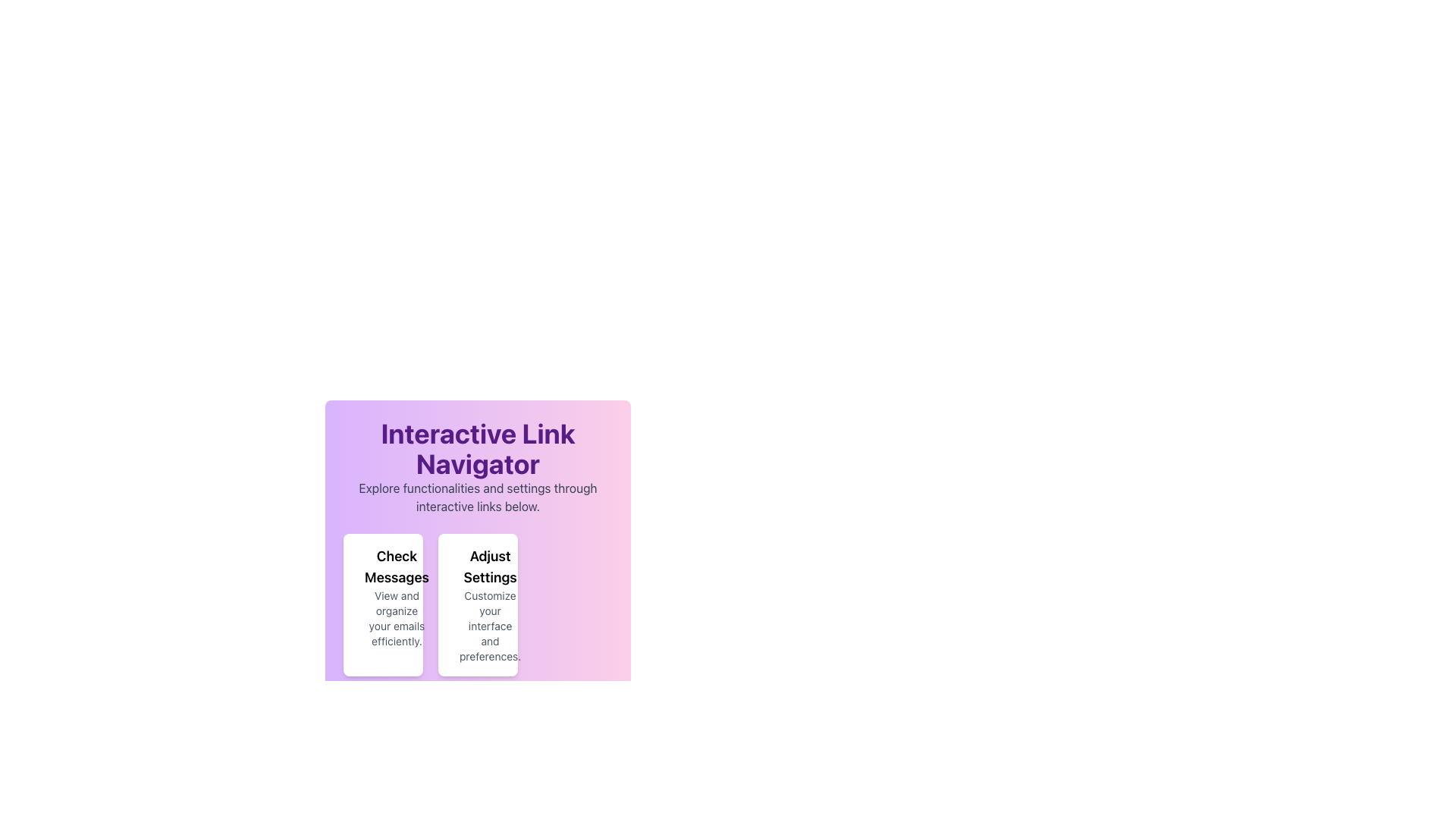 The image size is (1456, 819). Describe the element at coordinates (490, 604) in the screenshot. I see `information from the text block labeled 'Adjust Settings' within the Interactive Link Navigator interface, which contains instructions to customize the interface and preferences` at that location.